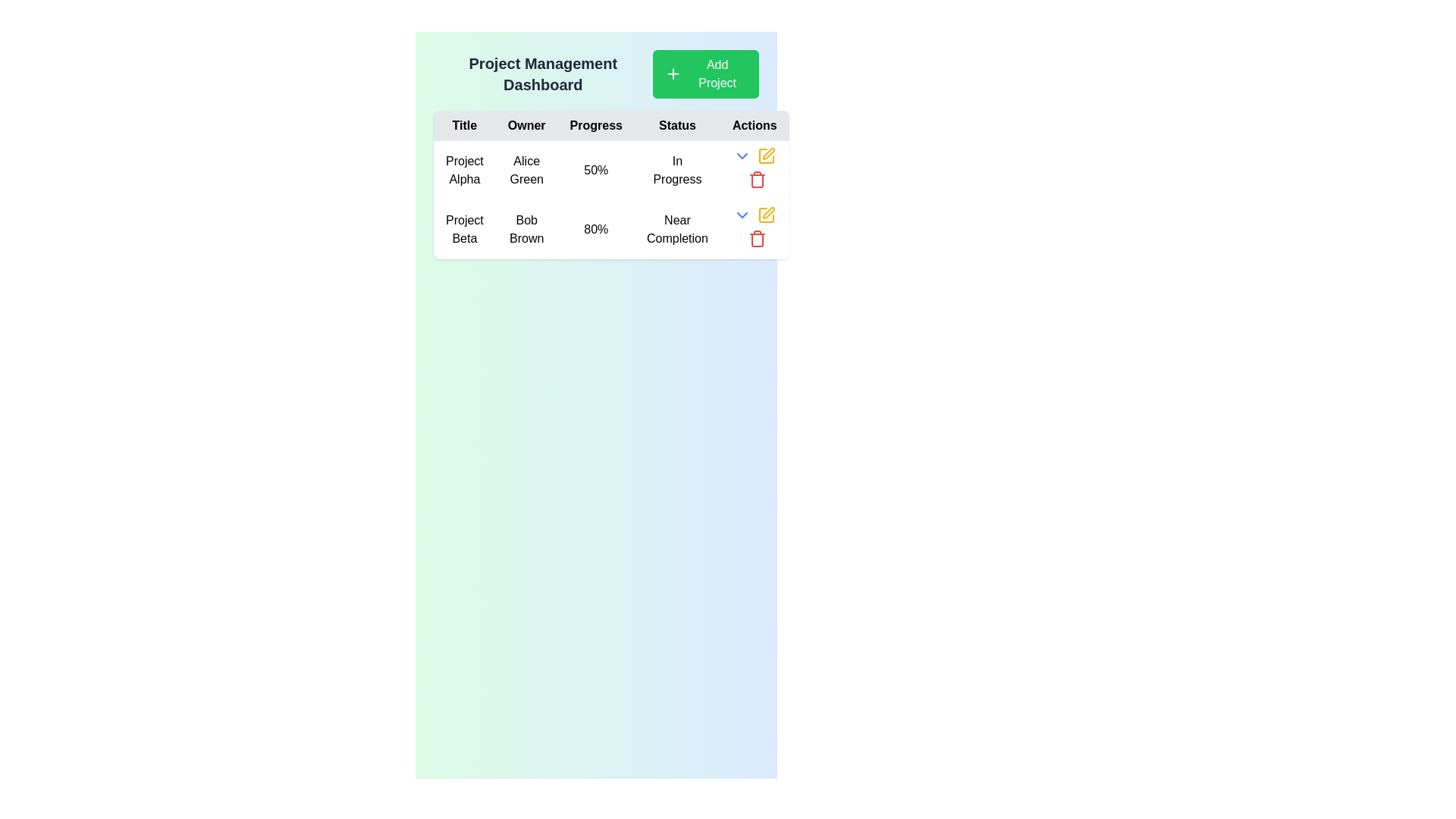 This screenshot has height=819, width=1456. Describe the element at coordinates (758, 178) in the screenshot. I see `the red trash bin icon located in the 'Actions' column of the second row in the data table` at that location.